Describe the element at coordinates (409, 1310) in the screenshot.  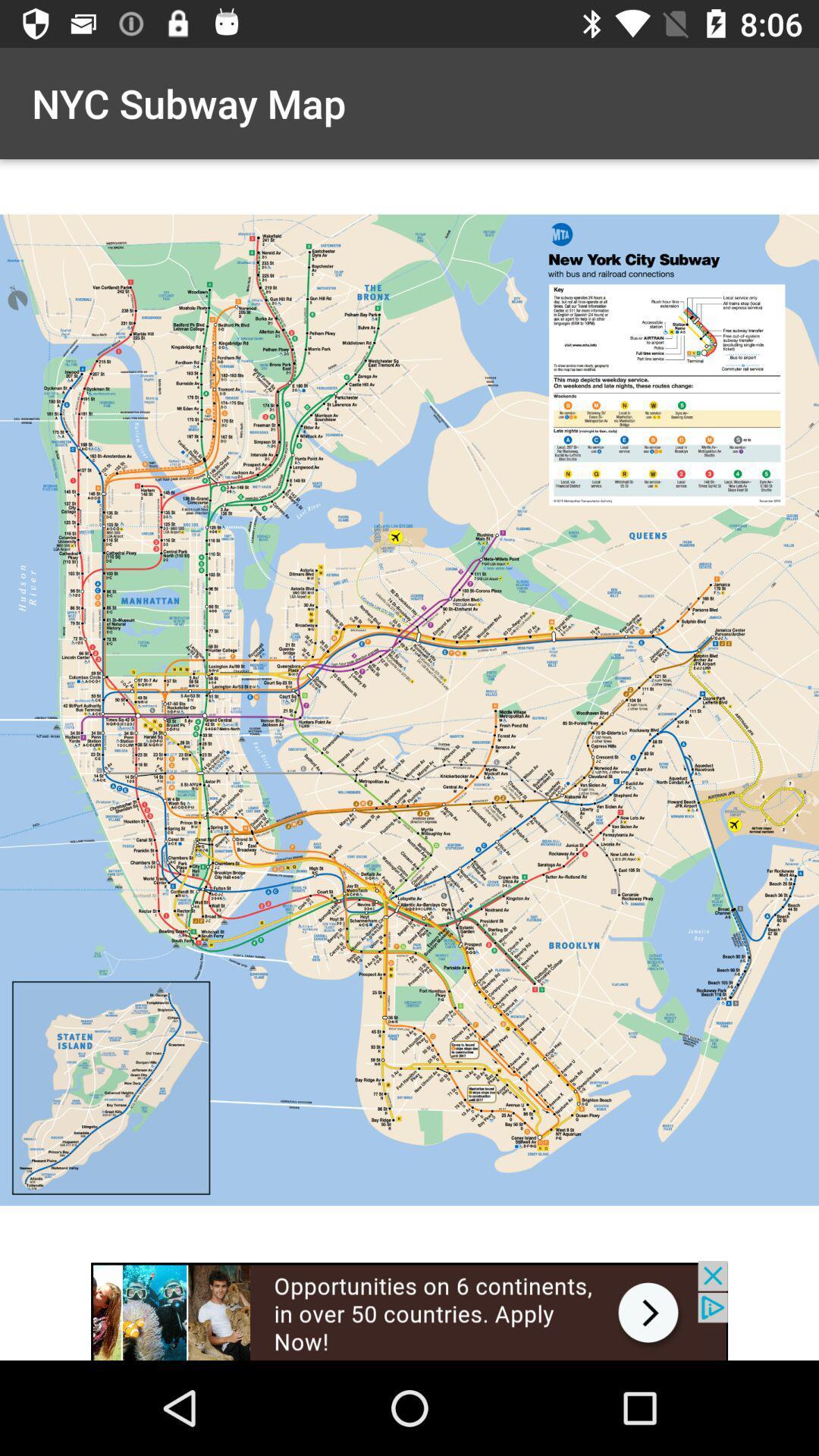
I see `patton` at that location.